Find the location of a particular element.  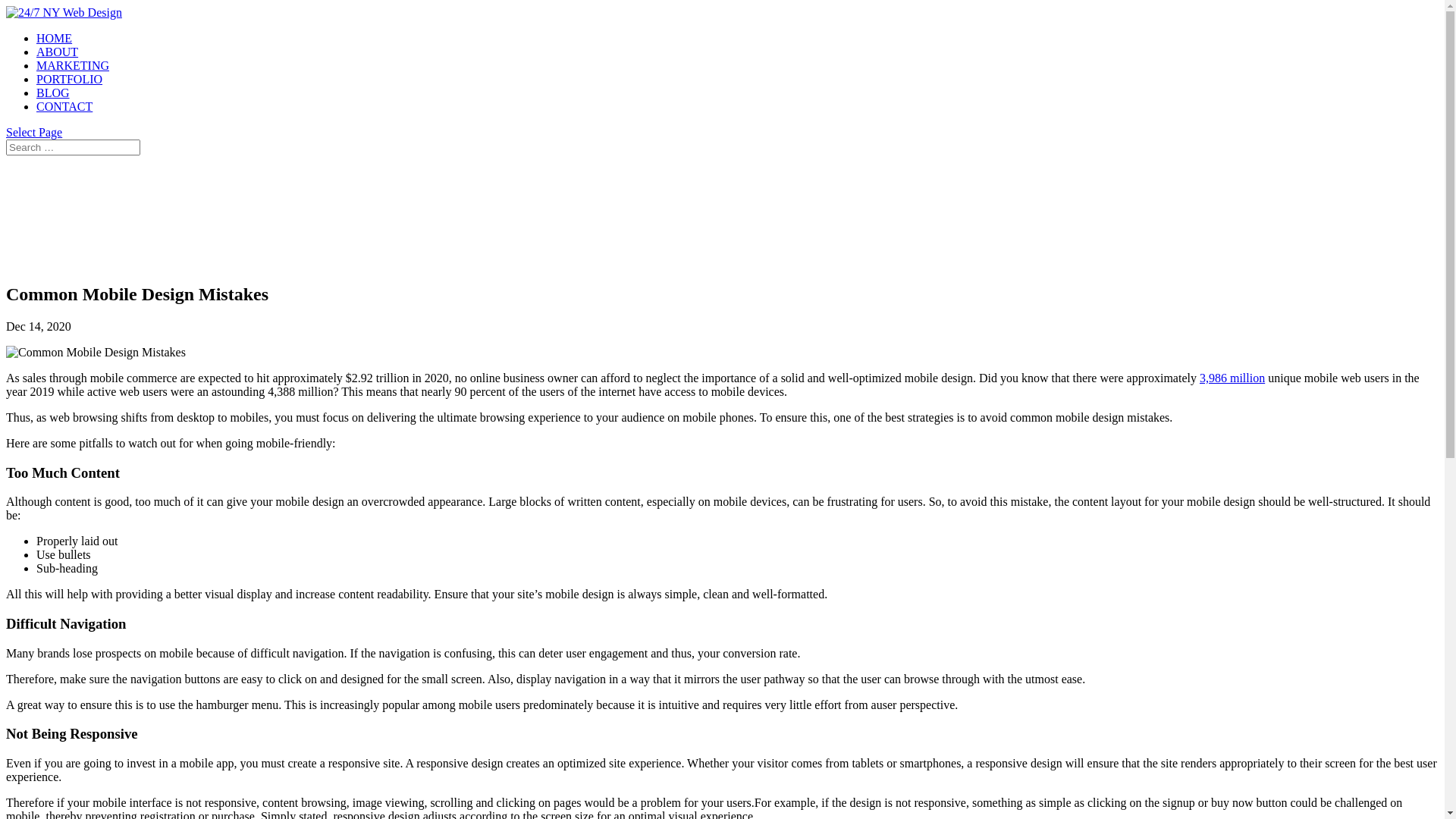

'Select Page' is located at coordinates (33, 131).